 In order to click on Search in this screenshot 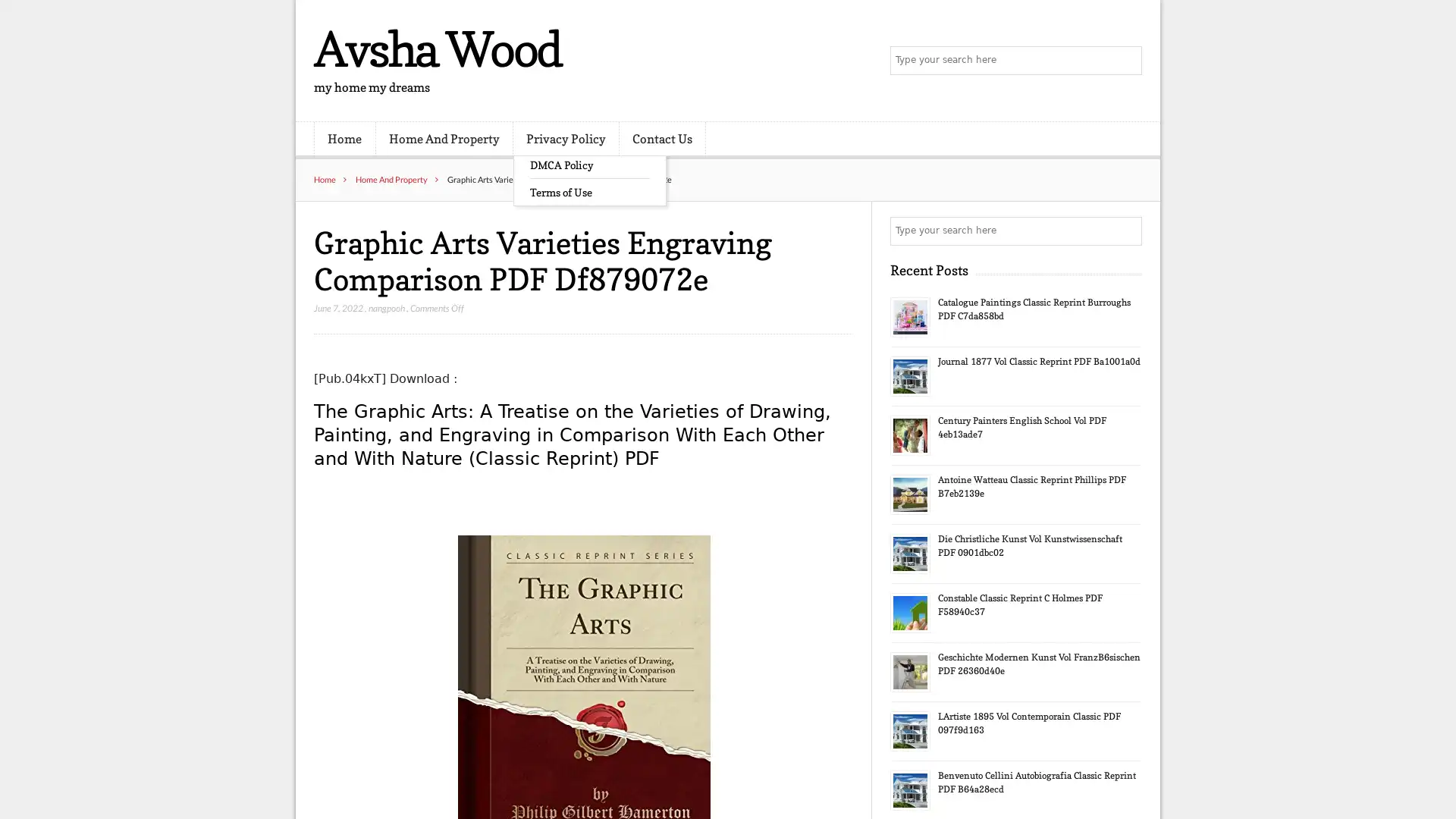, I will do `click(1126, 61)`.